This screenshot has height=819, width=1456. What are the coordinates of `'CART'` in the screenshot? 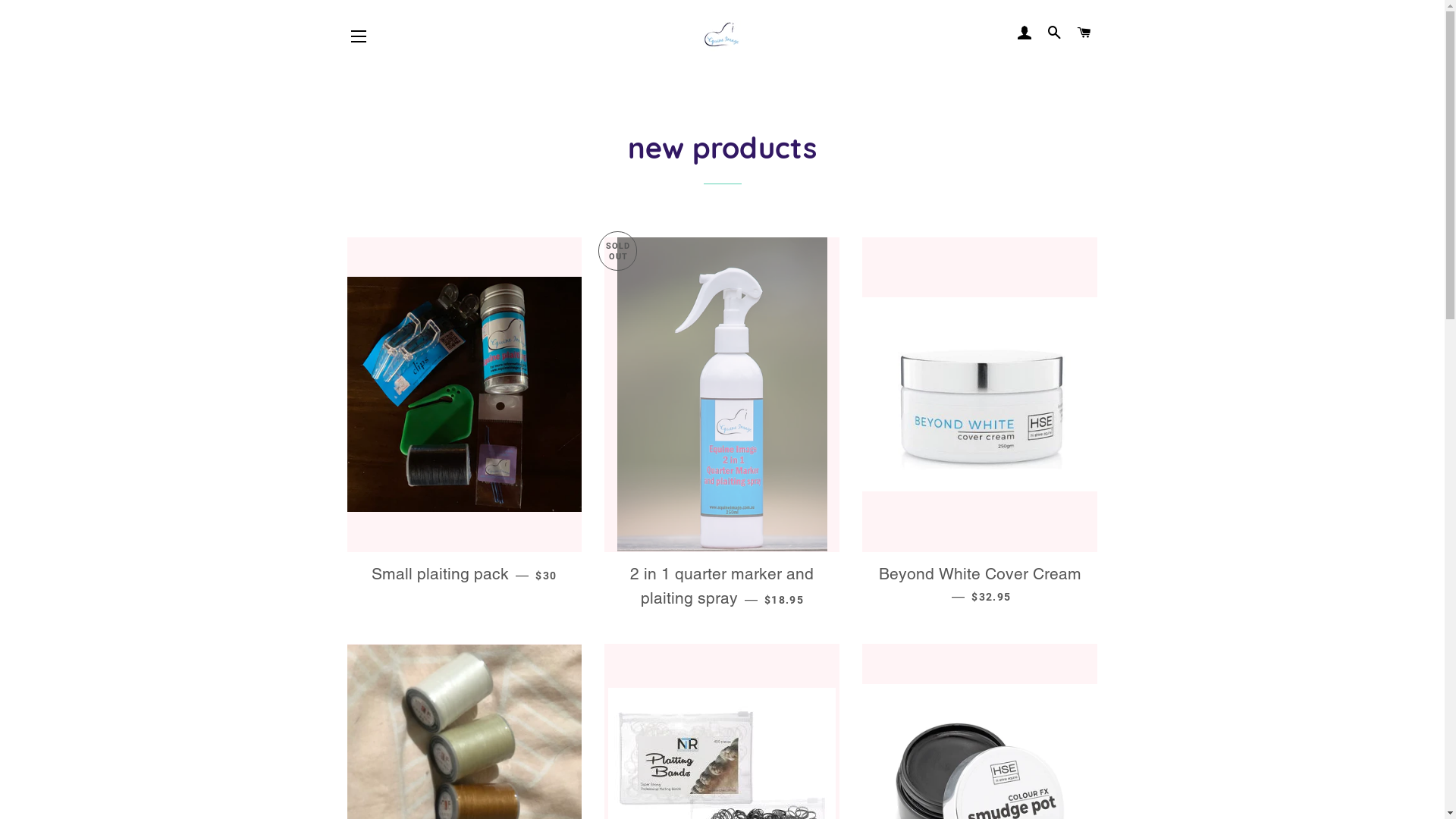 It's located at (1084, 33).